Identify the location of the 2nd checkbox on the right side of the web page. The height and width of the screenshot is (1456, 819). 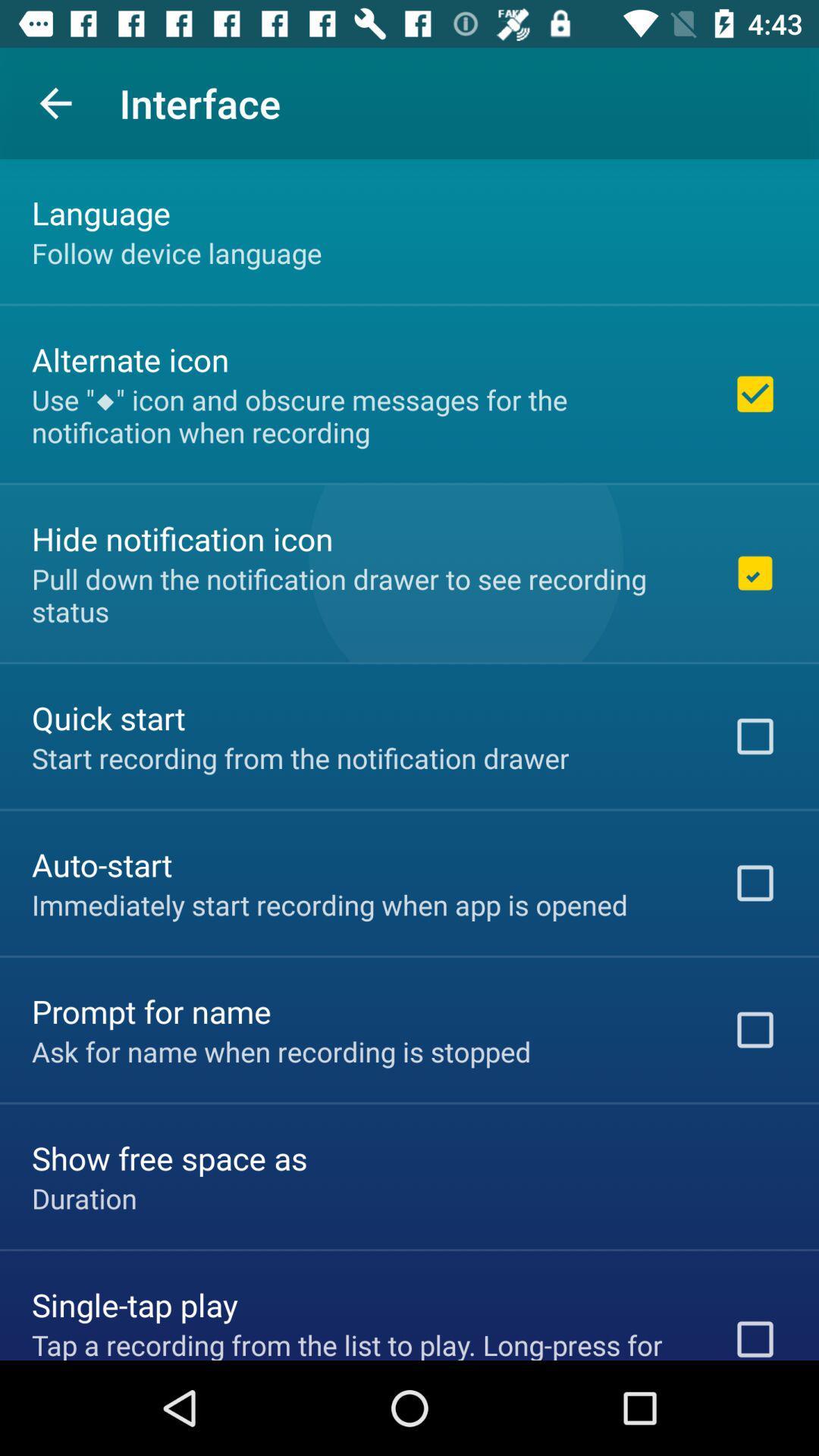
(755, 572).